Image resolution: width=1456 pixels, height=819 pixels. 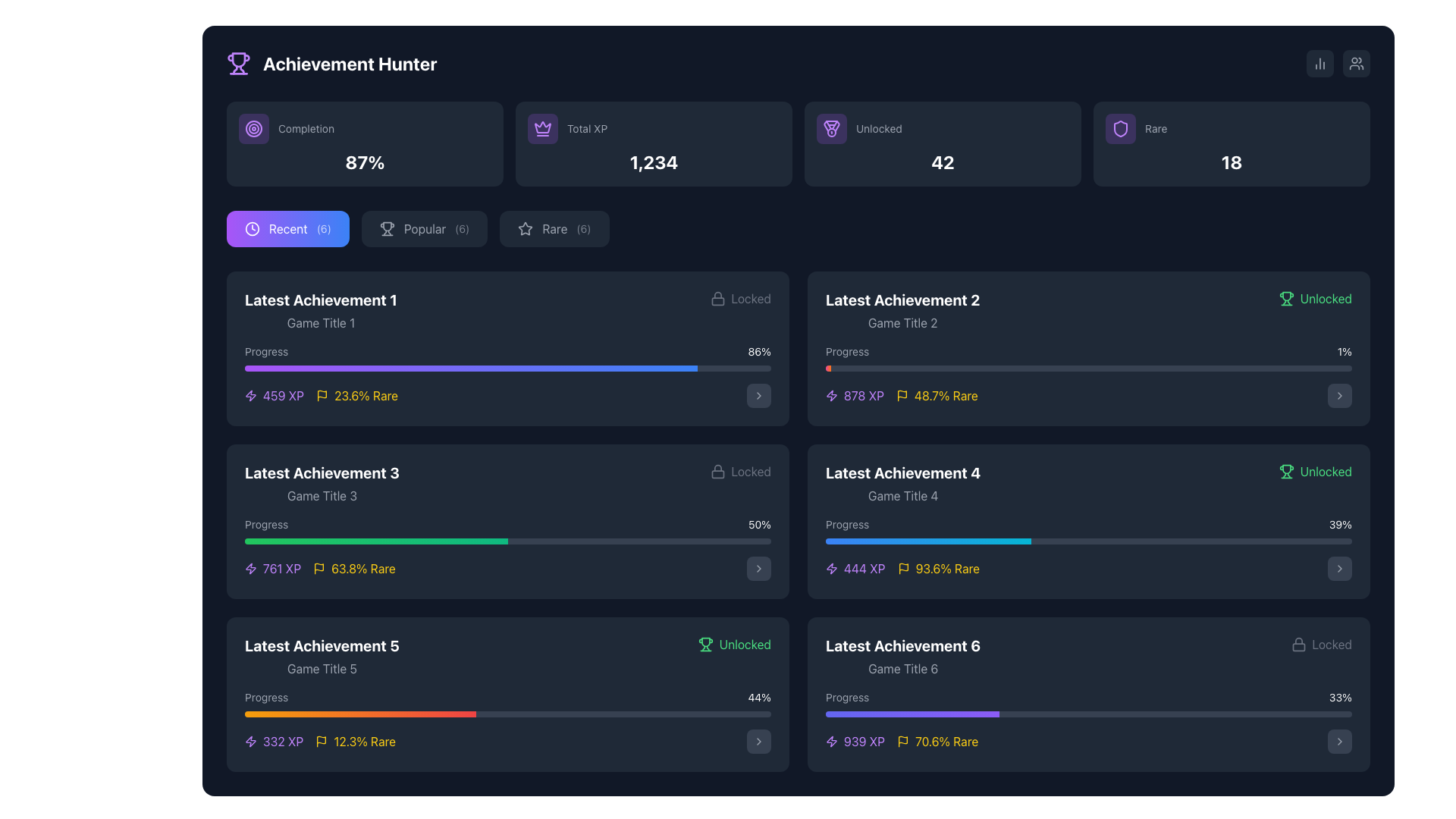 What do you see at coordinates (1087, 540) in the screenshot?
I see `the progress bar located in the 'Latest Achievement 4' section, which visually represents completion progress and is horizontally aligned below the text 'Progress' and the value '39%.'` at bounding box center [1087, 540].